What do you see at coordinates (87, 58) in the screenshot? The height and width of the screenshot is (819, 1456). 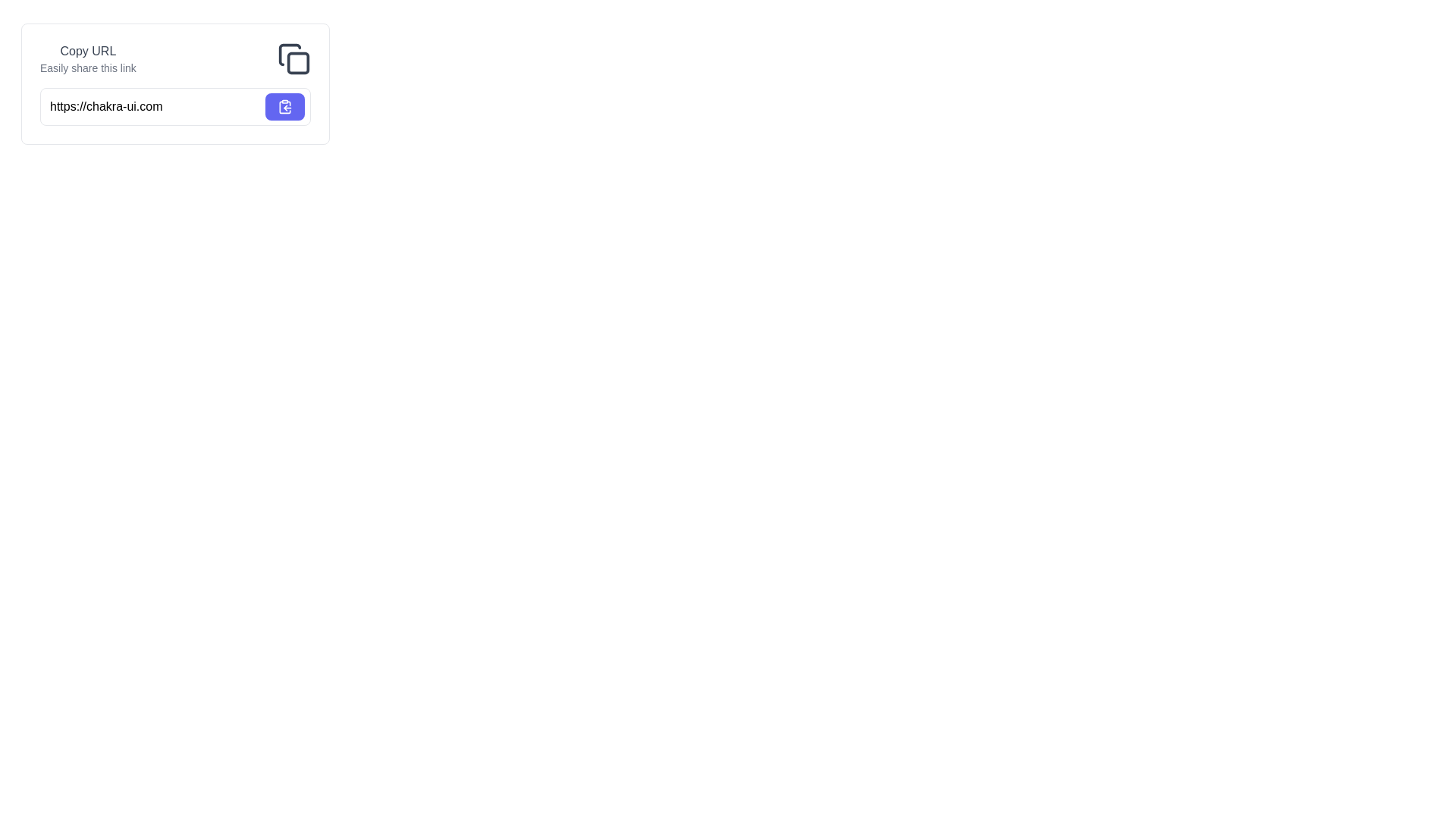 I see `the 'Copy URL' text label, which consists of 'Copy URL' and 'Easily share this link'` at bounding box center [87, 58].